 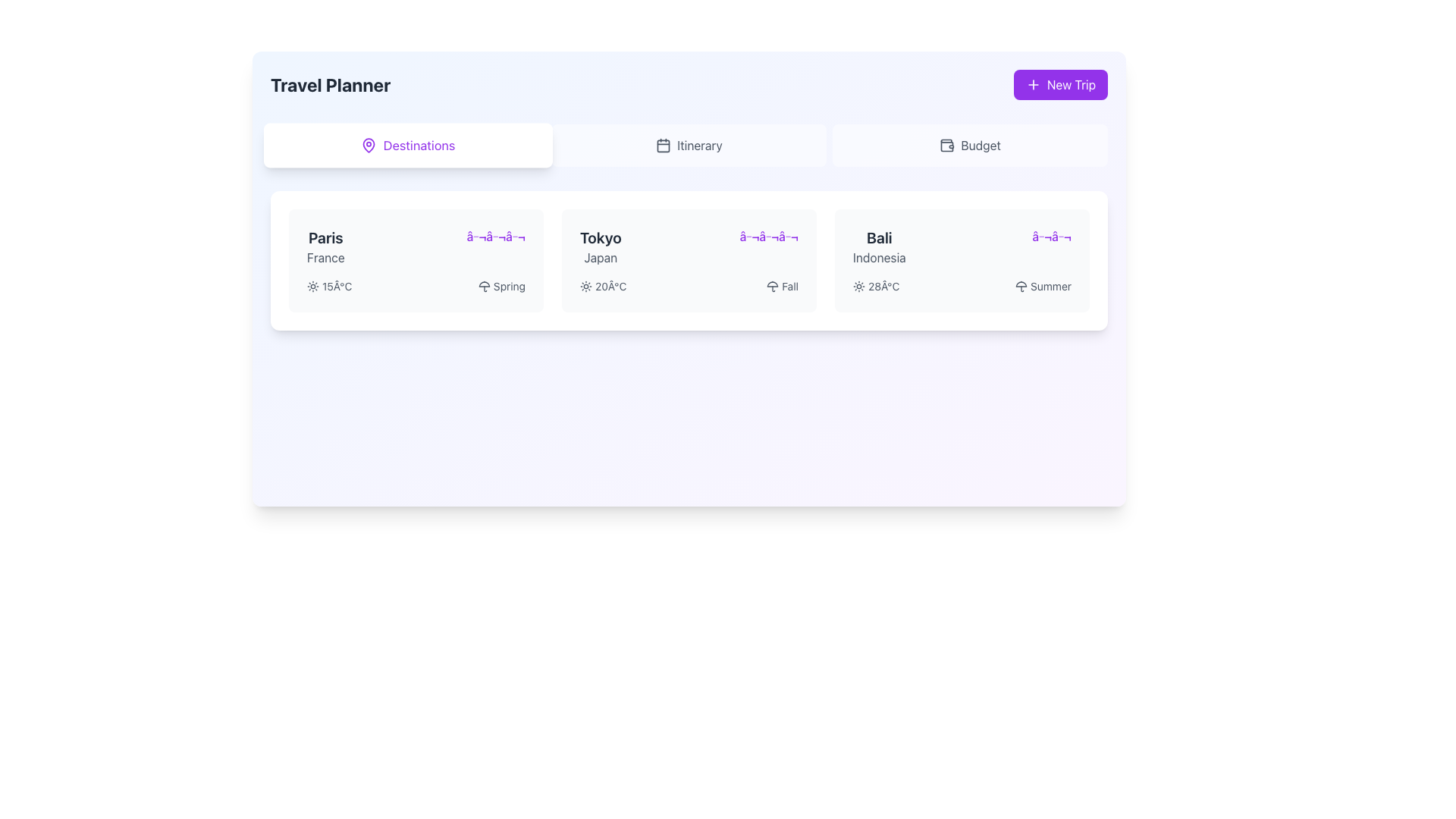 I want to click on the Spring icon located at the bottom right of the Paris destination card, which visually represents the season Spring, so click(x=483, y=287).